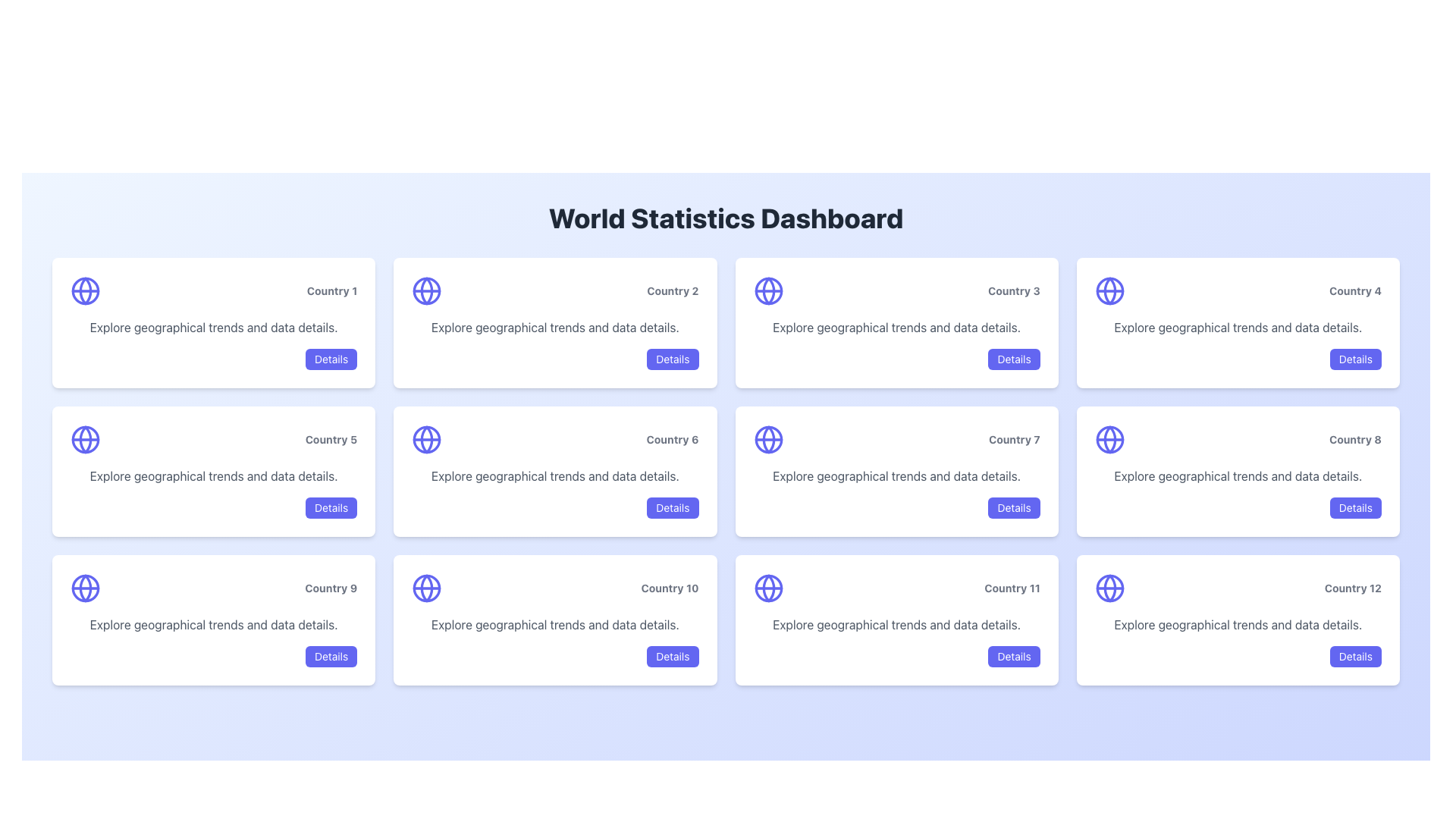 The width and height of the screenshot is (1456, 819). What do you see at coordinates (768, 439) in the screenshot?
I see `the circular SVG element that represents the central part of the globe icon in the 'Country 7' card layout within the 'World Statistics Dashboard'` at bounding box center [768, 439].